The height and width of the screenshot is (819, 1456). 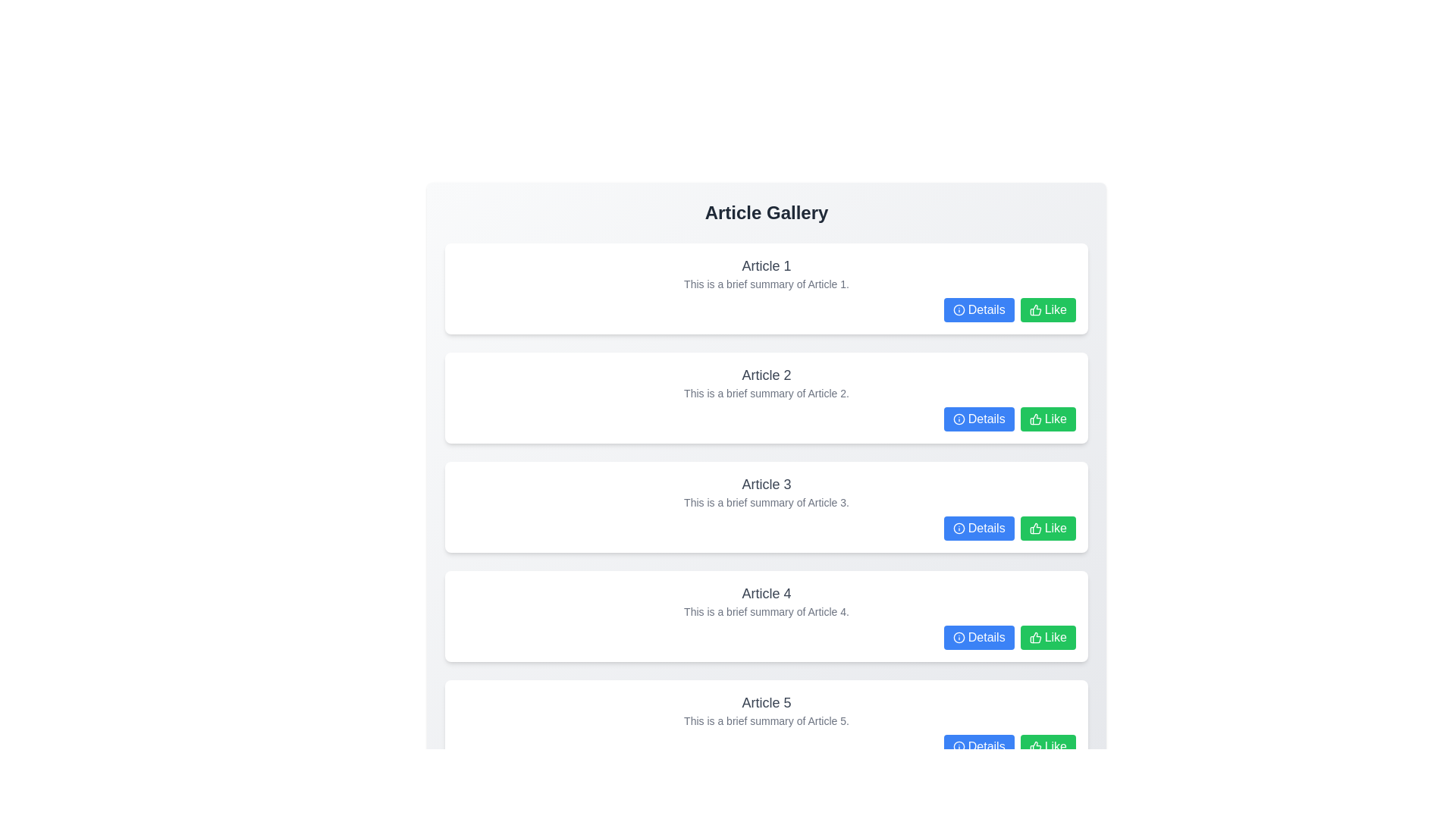 What do you see at coordinates (979, 419) in the screenshot?
I see `the button located in the second row on the right side of the row` at bounding box center [979, 419].